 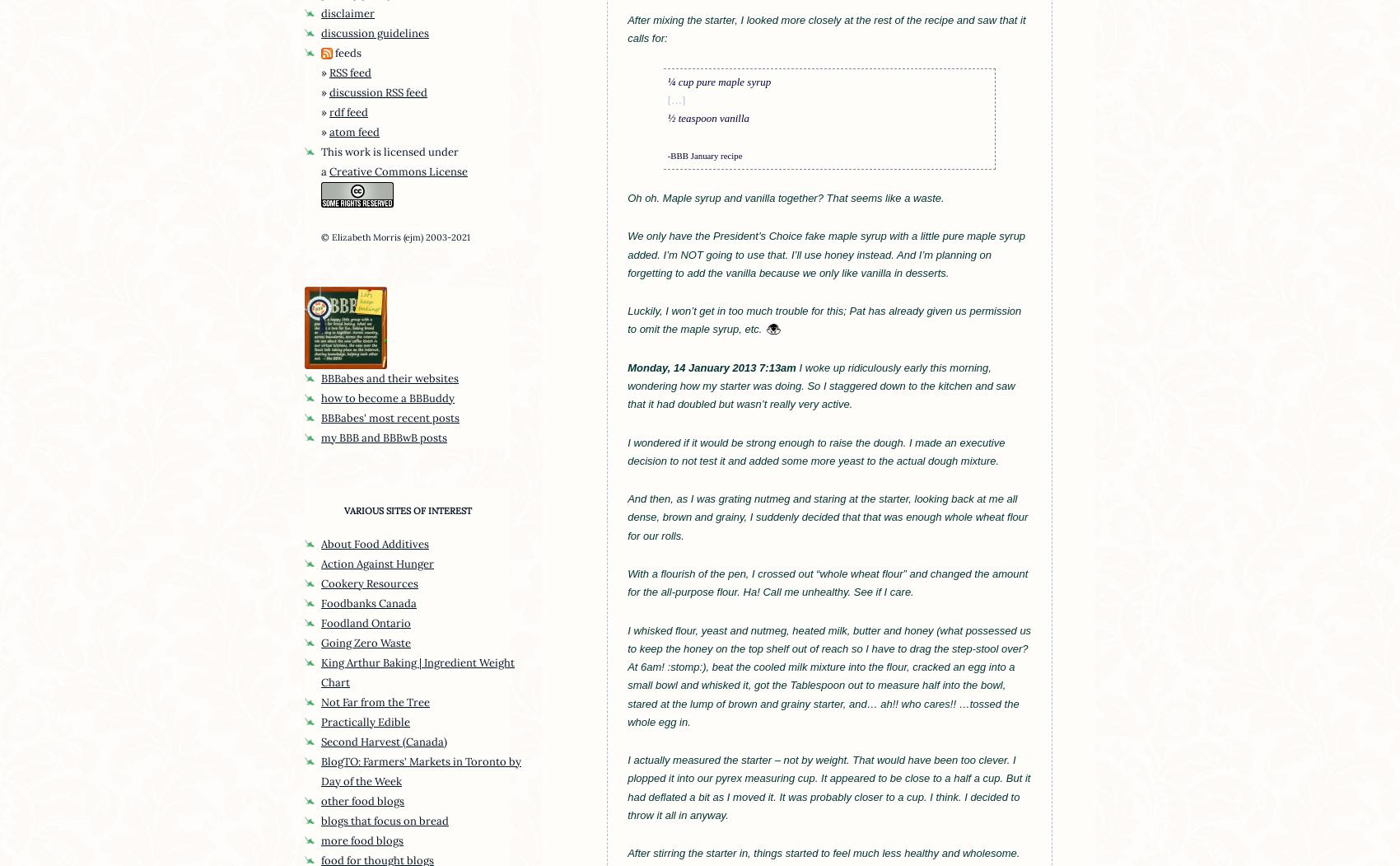 What do you see at coordinates (786, 197) in the screenshot?
I see `'Oh oh. Maple syrup and vanilla together? That seems like a waste.'` at bounding box center [786, 197].